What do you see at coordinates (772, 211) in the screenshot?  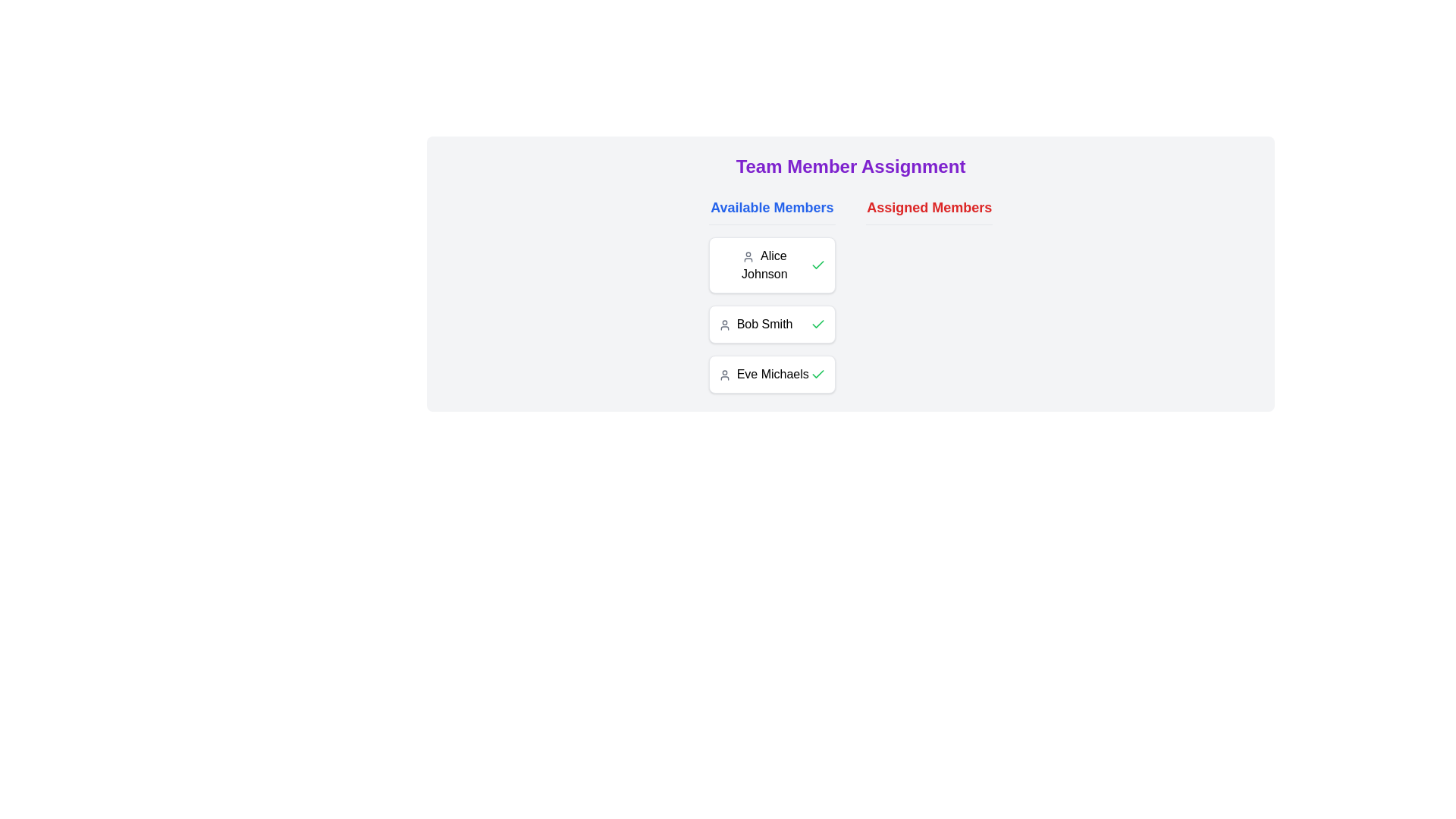 I see `the Text Label that categorizes the section of the interface displaying the available members, located at the top-center of the UI, to the left of the 'Assigned Members' header` at bounding box center [772, 211].